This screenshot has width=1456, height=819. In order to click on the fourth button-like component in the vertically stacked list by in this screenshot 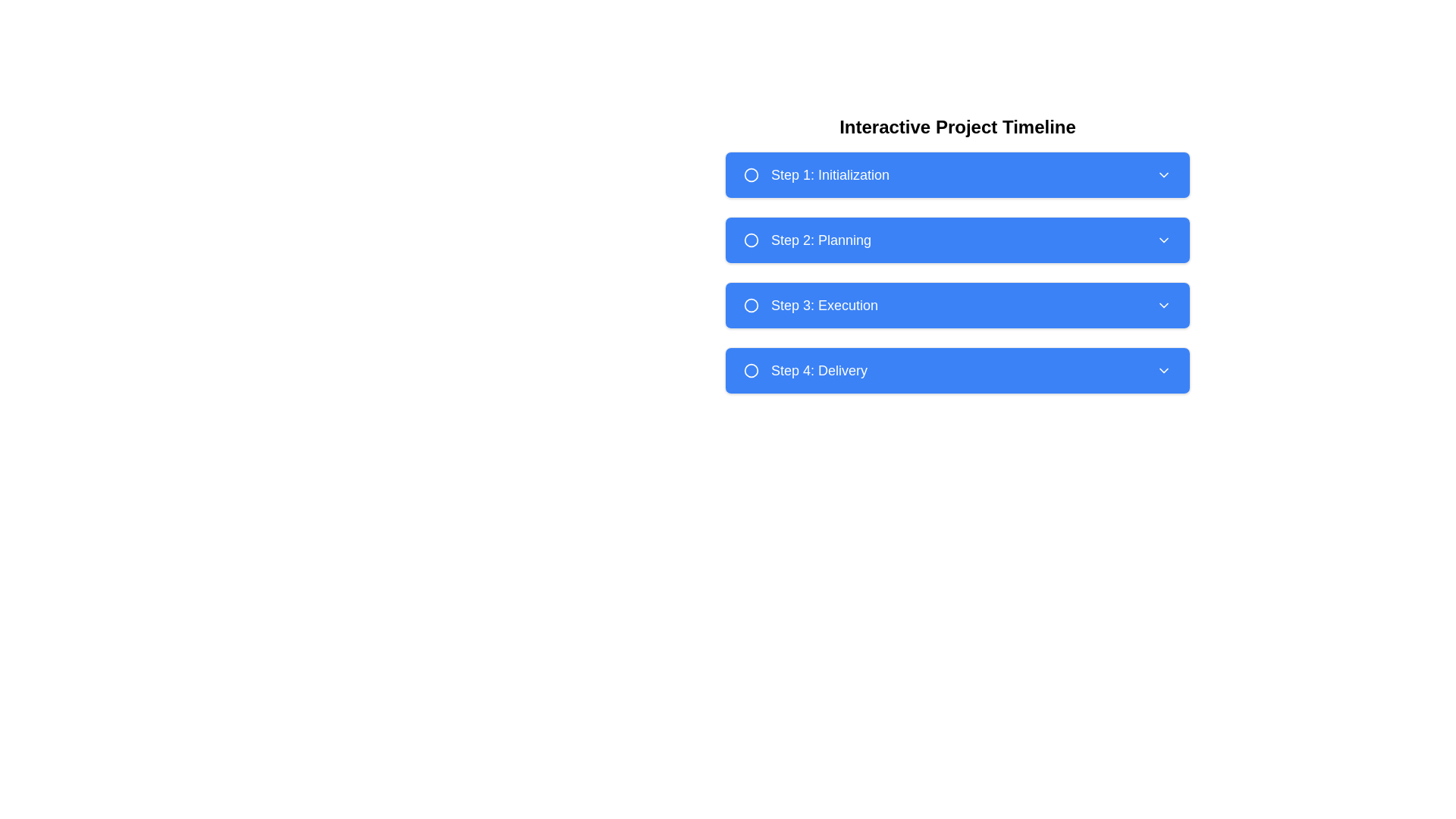, I will do `click(956, 371)`.